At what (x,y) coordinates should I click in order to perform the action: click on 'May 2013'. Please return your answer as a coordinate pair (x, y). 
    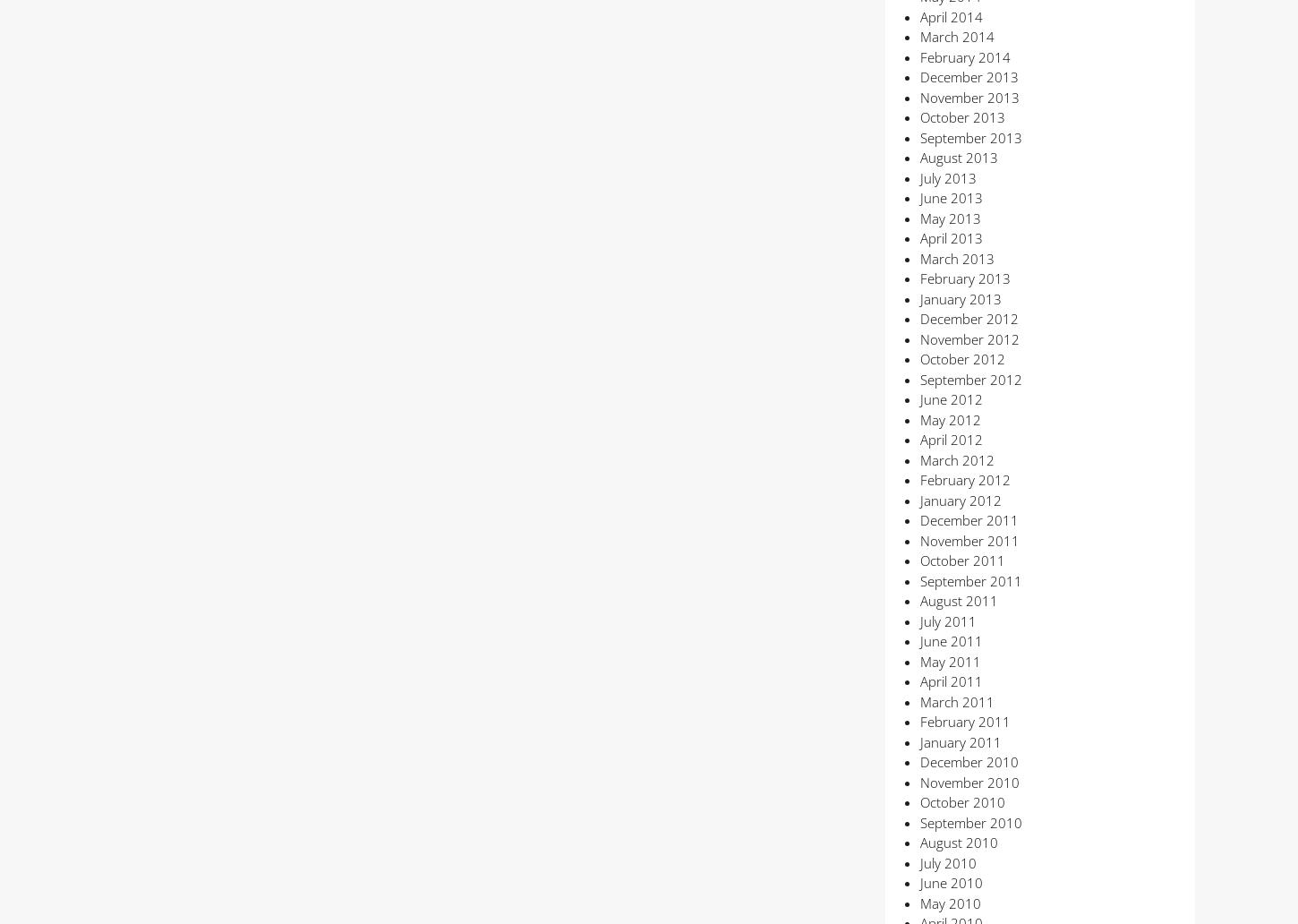
    Looking at the image, I should click on (949, 217).